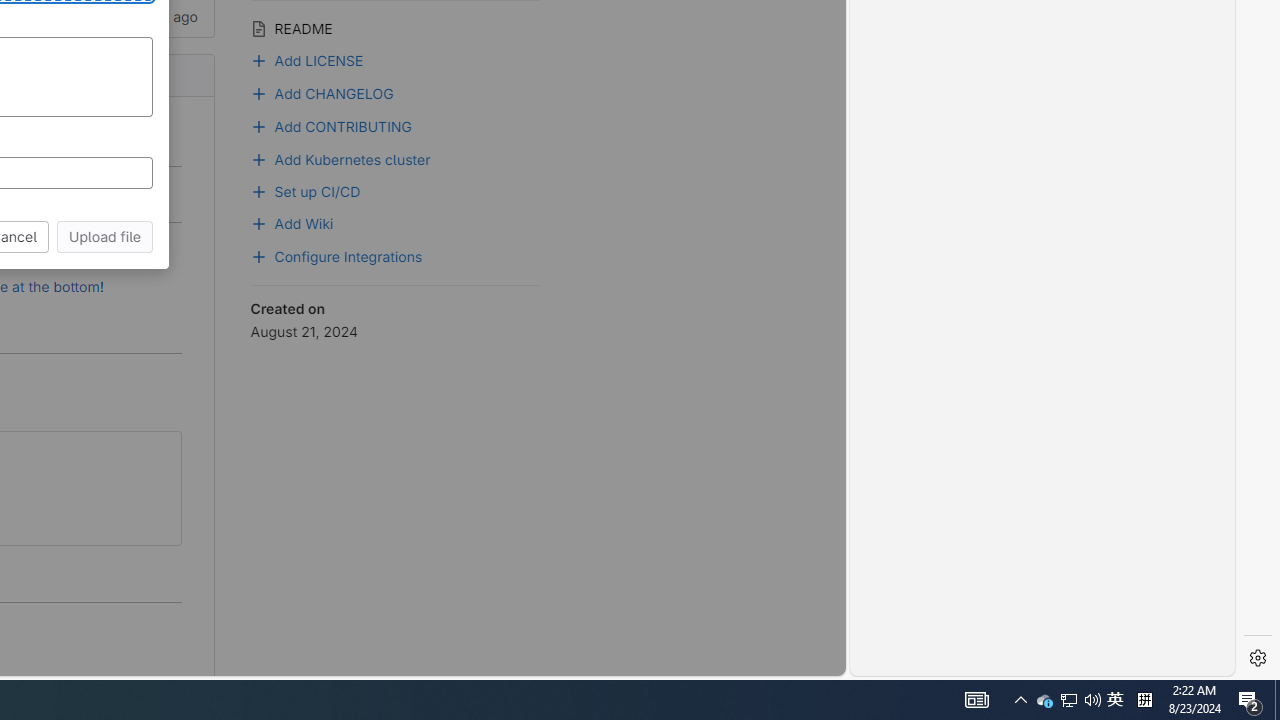 The width and height of the screenshot is (1280, 720). Describe the element at coordinates (104, 235) in the screenshot. I see `'Upload file'` at that location.